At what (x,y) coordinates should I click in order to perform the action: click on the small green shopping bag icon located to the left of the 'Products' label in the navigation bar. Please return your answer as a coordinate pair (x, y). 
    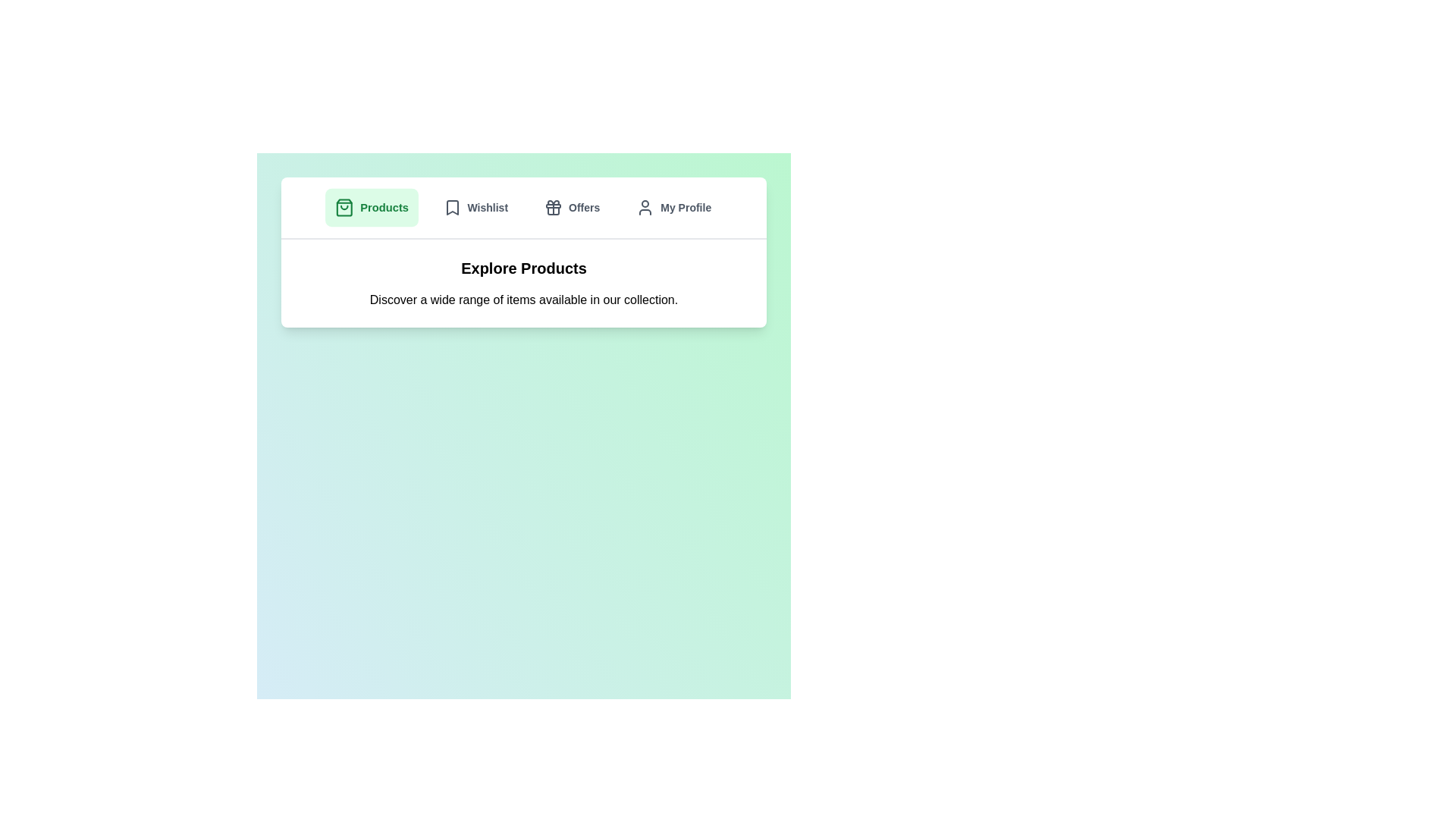
    Looking at the image, I should click on (344, 207).